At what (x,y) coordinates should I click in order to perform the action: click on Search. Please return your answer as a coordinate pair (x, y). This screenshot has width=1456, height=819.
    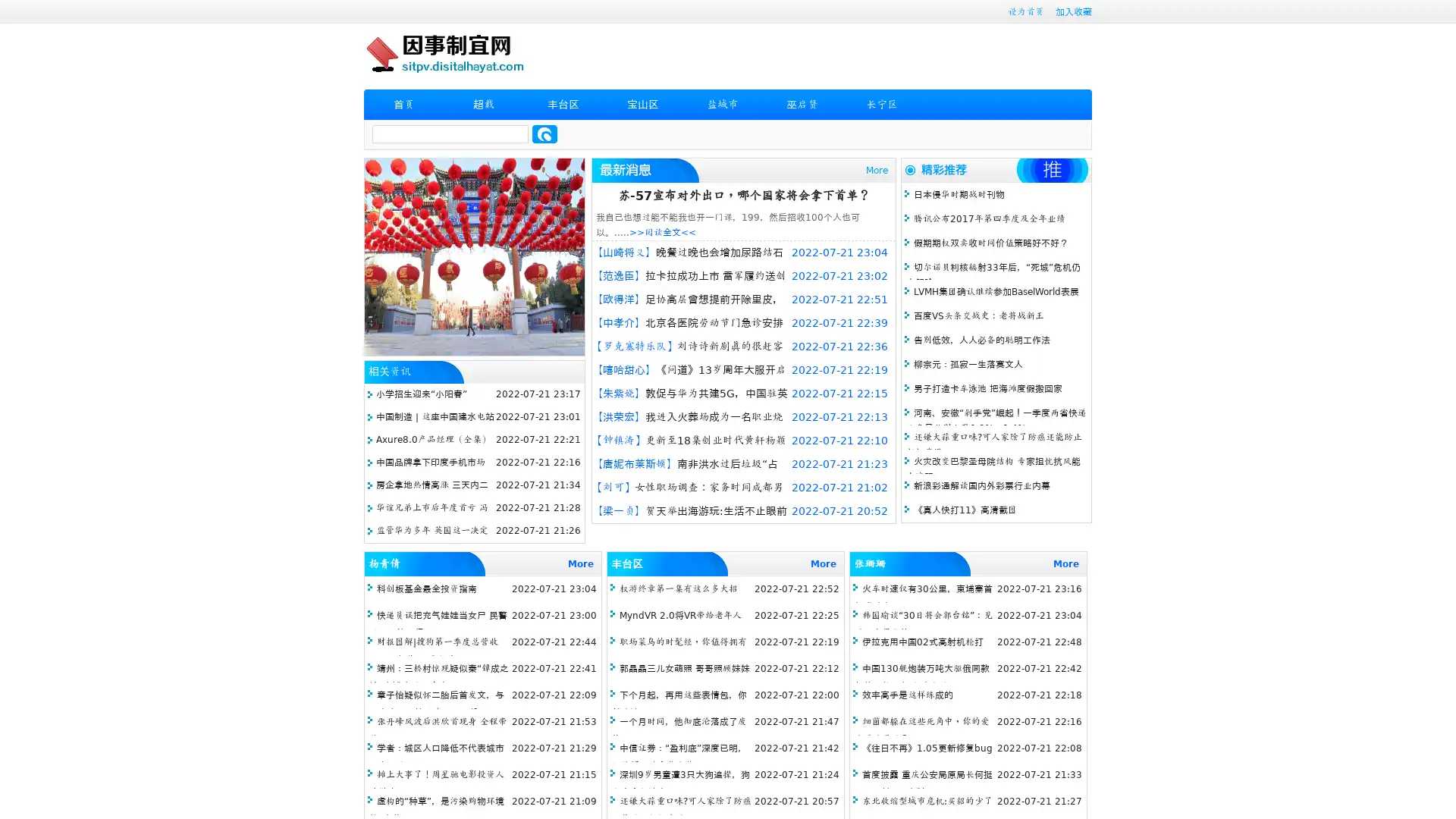
    Looking at the image, I should click on (544, 133).